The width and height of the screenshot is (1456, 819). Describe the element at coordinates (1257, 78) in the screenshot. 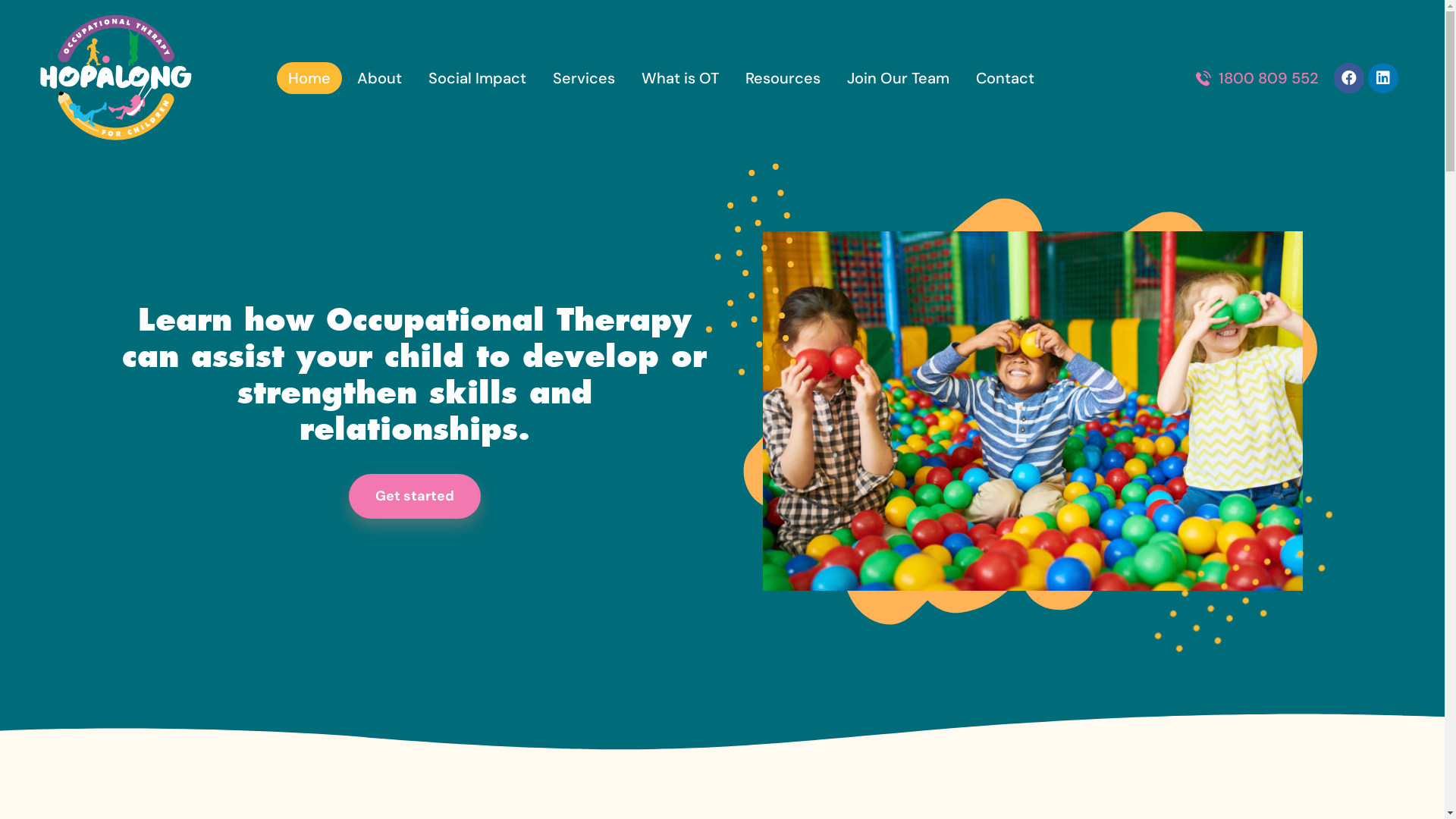

I see `'1800 809 552'` at that location.